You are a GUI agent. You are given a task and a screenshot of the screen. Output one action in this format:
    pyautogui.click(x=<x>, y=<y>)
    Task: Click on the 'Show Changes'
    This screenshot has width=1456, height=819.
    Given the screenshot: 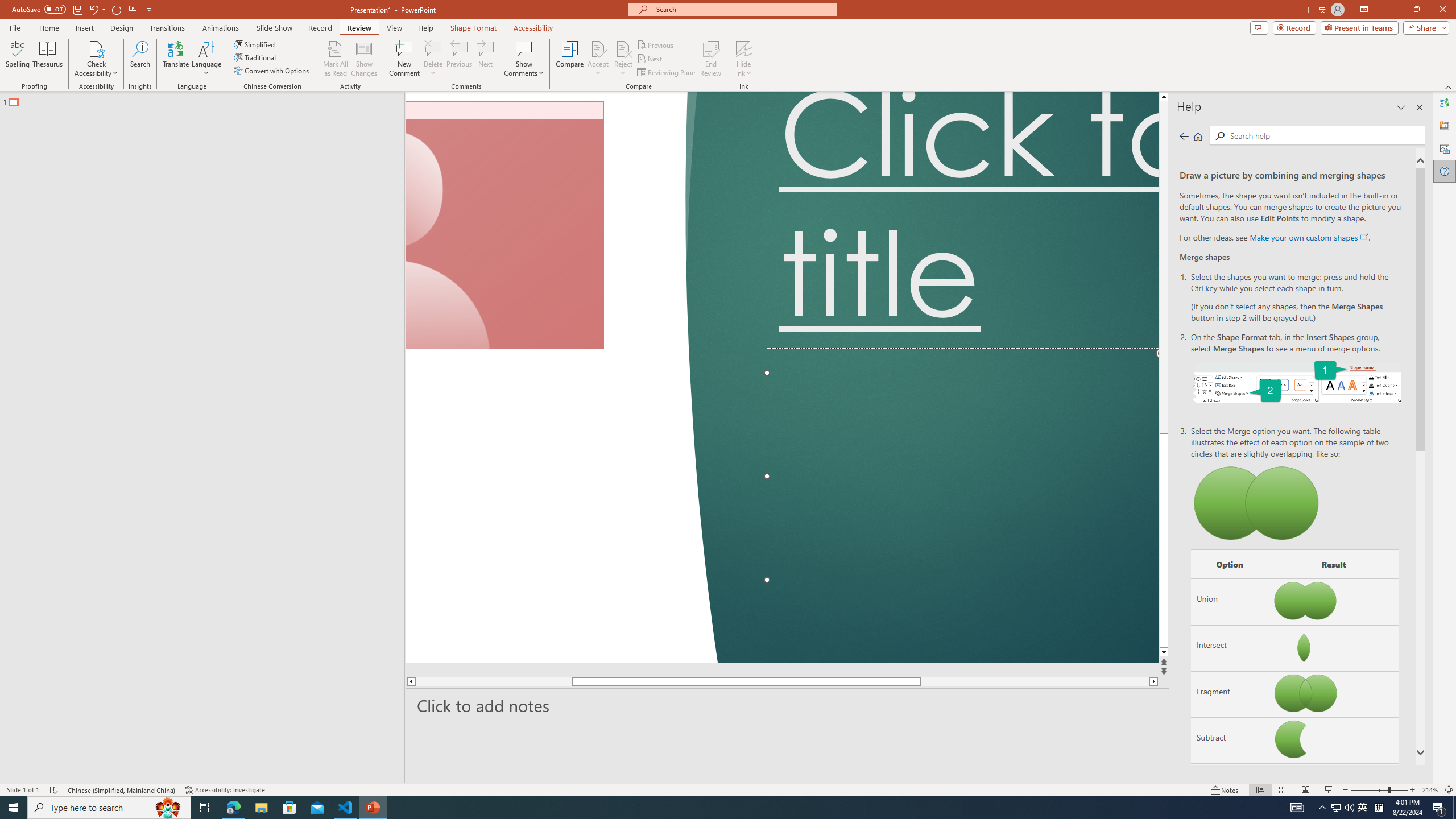 What is the action you would take?
    pyautogui.click(x=364, y=59)
    